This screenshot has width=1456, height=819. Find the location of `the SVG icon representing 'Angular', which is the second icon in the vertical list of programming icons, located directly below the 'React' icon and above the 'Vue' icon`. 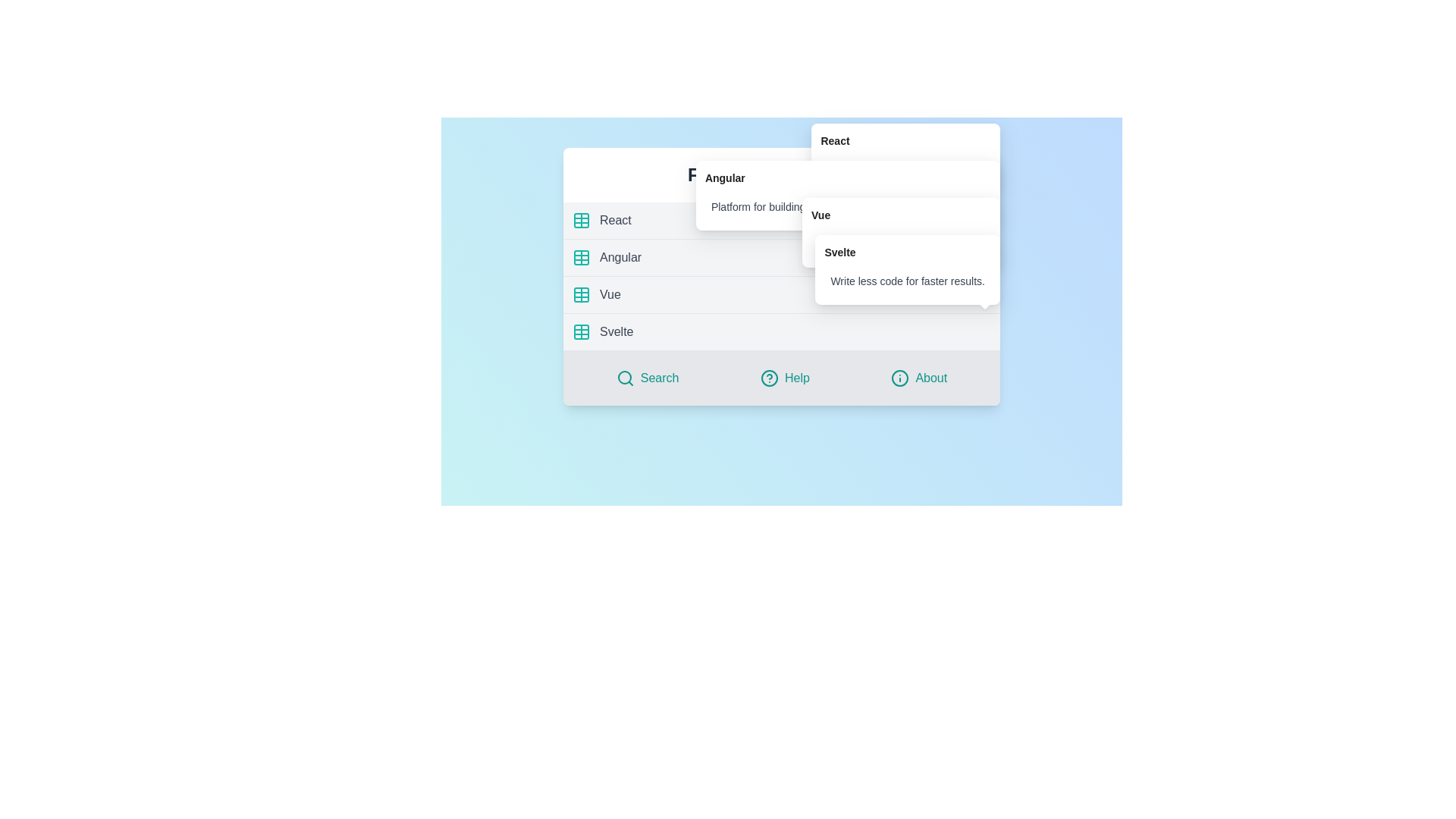

the SVG icon representing 'Angular', which is the second icon in the vertical list of programming icons, located directly below the 'React' icon and above the 'Vue' icon is located at coordinates (581, 256).